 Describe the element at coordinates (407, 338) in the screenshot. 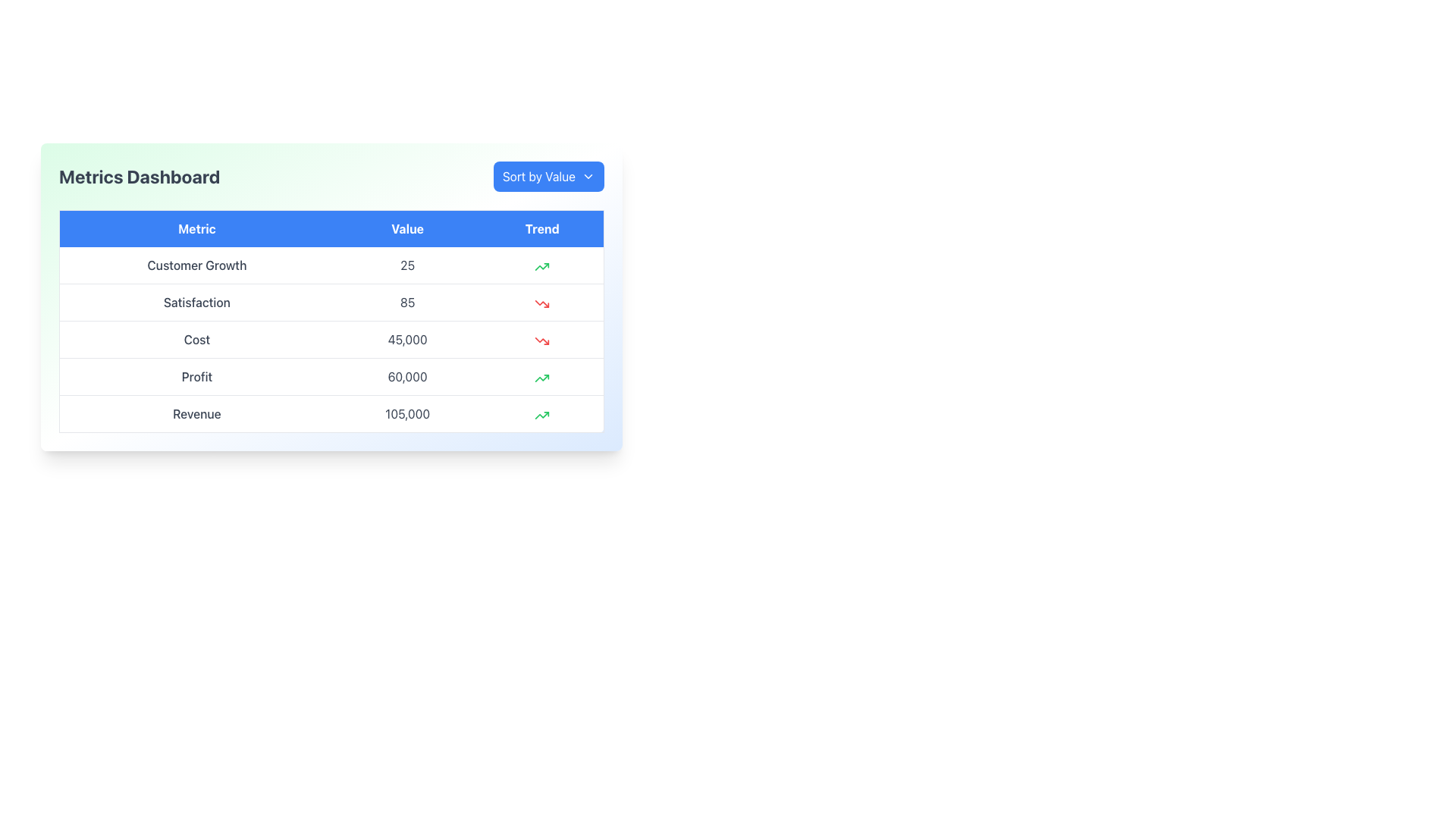

I see `the centered numerical display showing '45,000' in the 'Cost' row of the 'Metrics Dashboard' table` at that location.